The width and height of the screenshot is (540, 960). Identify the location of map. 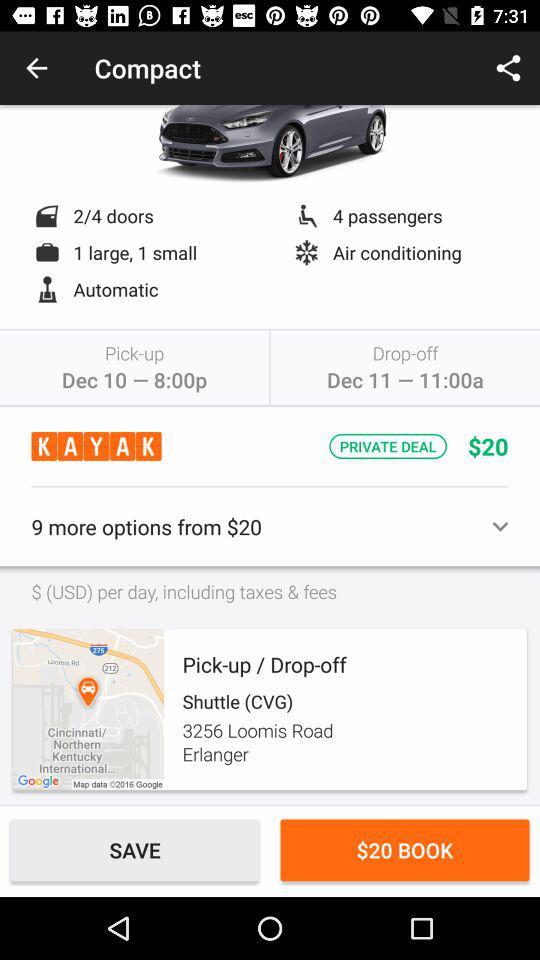
(87, 709).